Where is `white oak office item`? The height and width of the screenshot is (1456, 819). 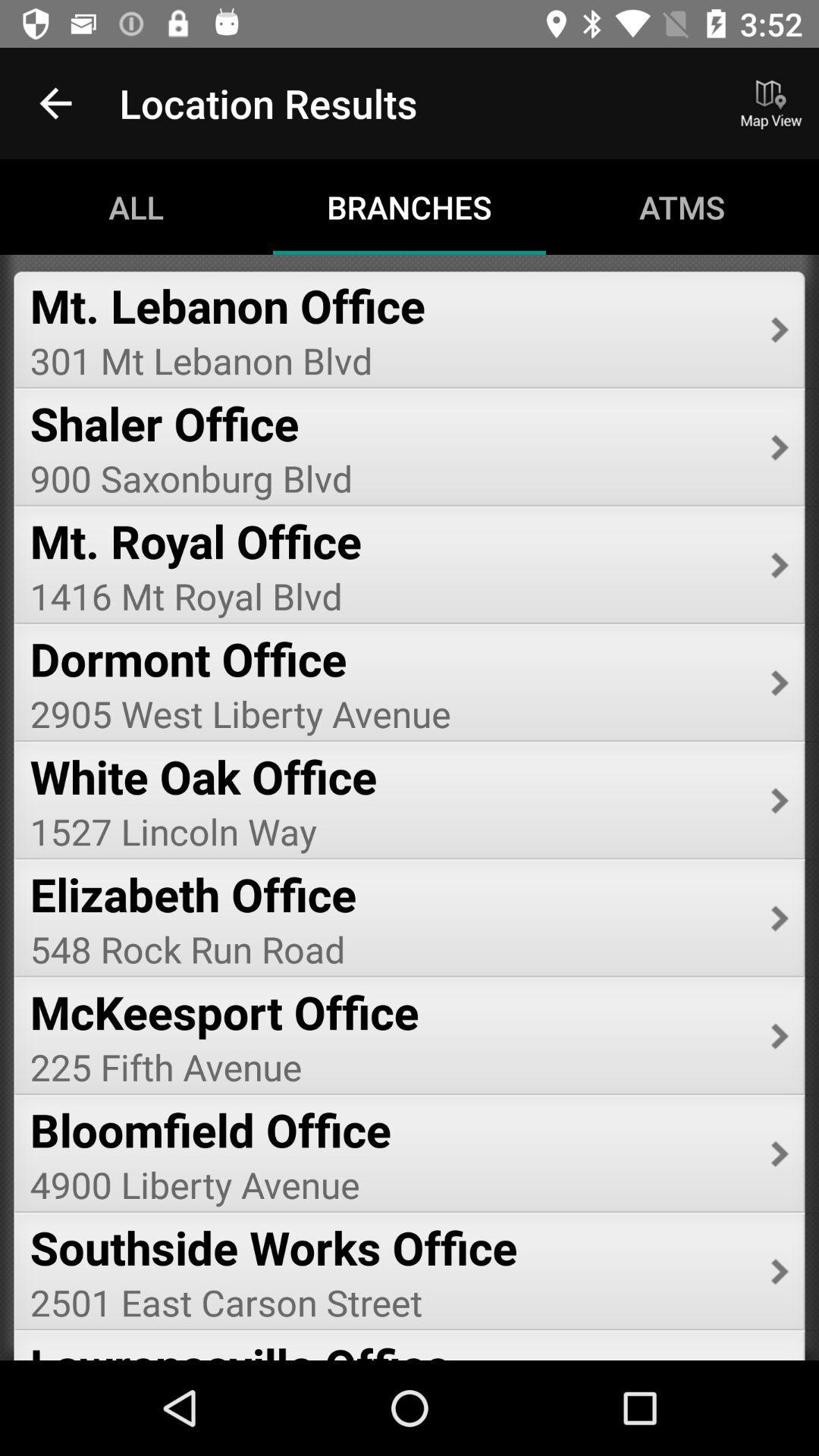 white oak office item is located at coordinates (389, 776).